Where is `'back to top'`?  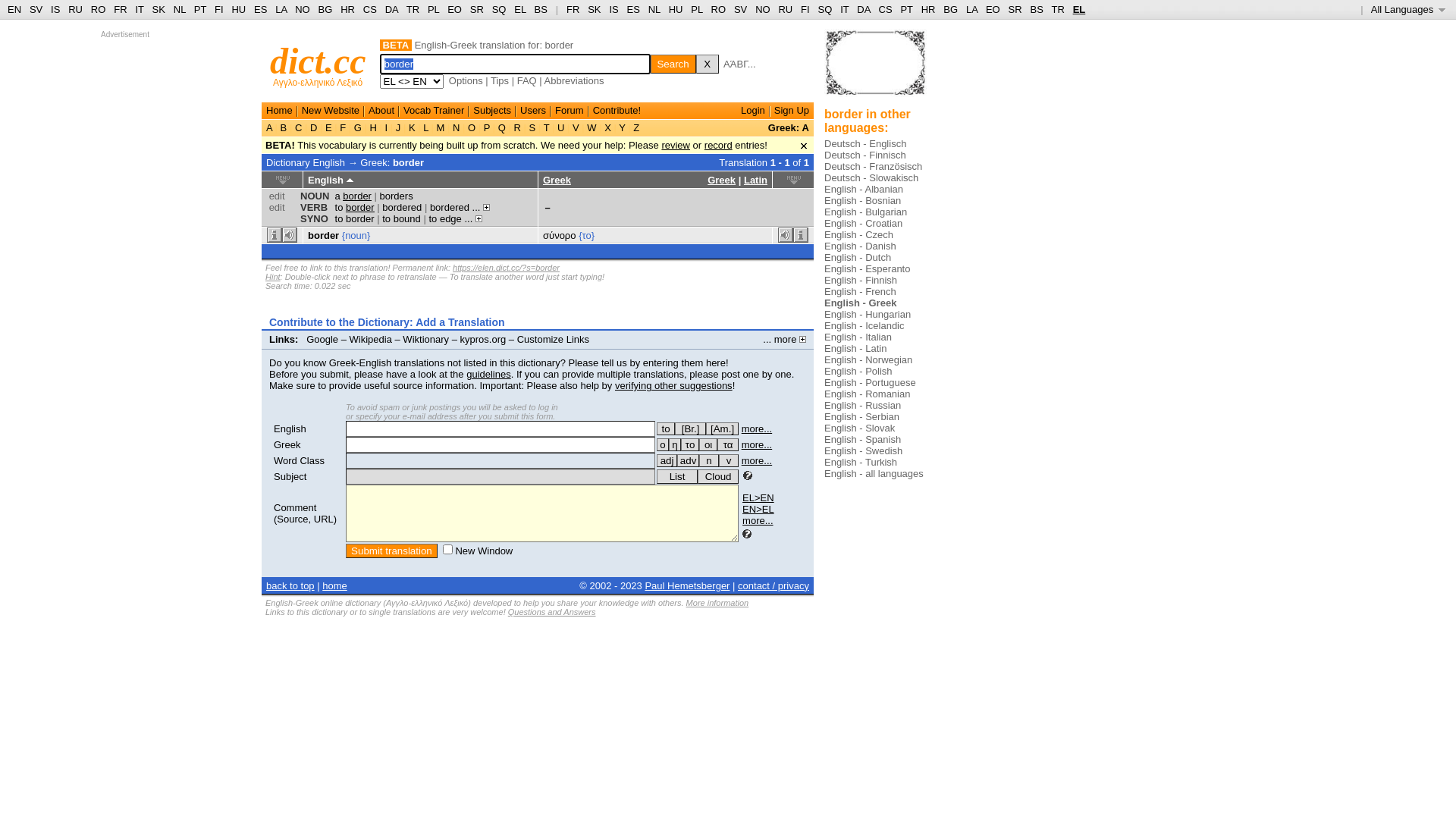
'back to top' is located at coordinates (290, 585).